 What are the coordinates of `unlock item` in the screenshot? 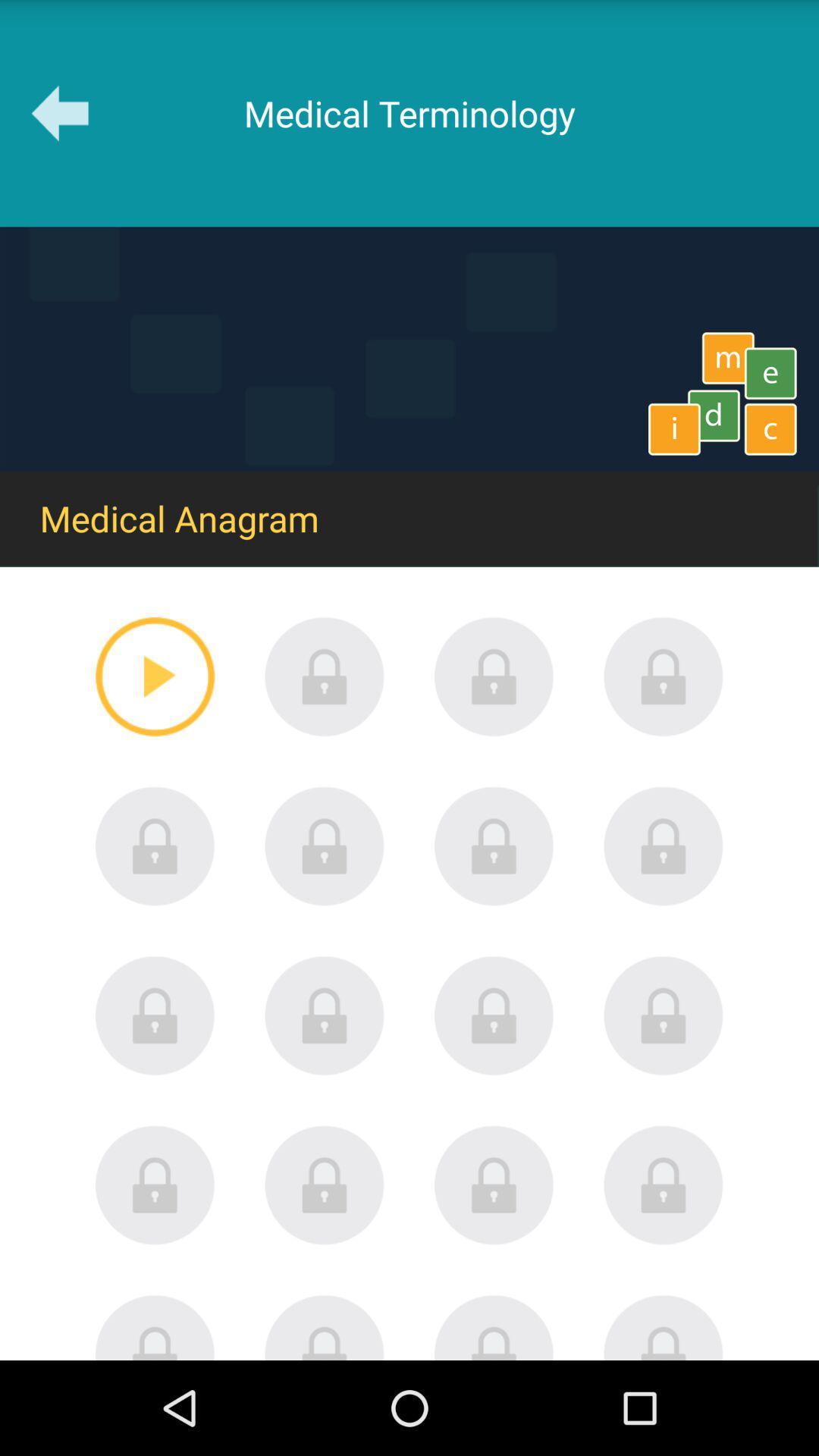 It's located at (494, 676).